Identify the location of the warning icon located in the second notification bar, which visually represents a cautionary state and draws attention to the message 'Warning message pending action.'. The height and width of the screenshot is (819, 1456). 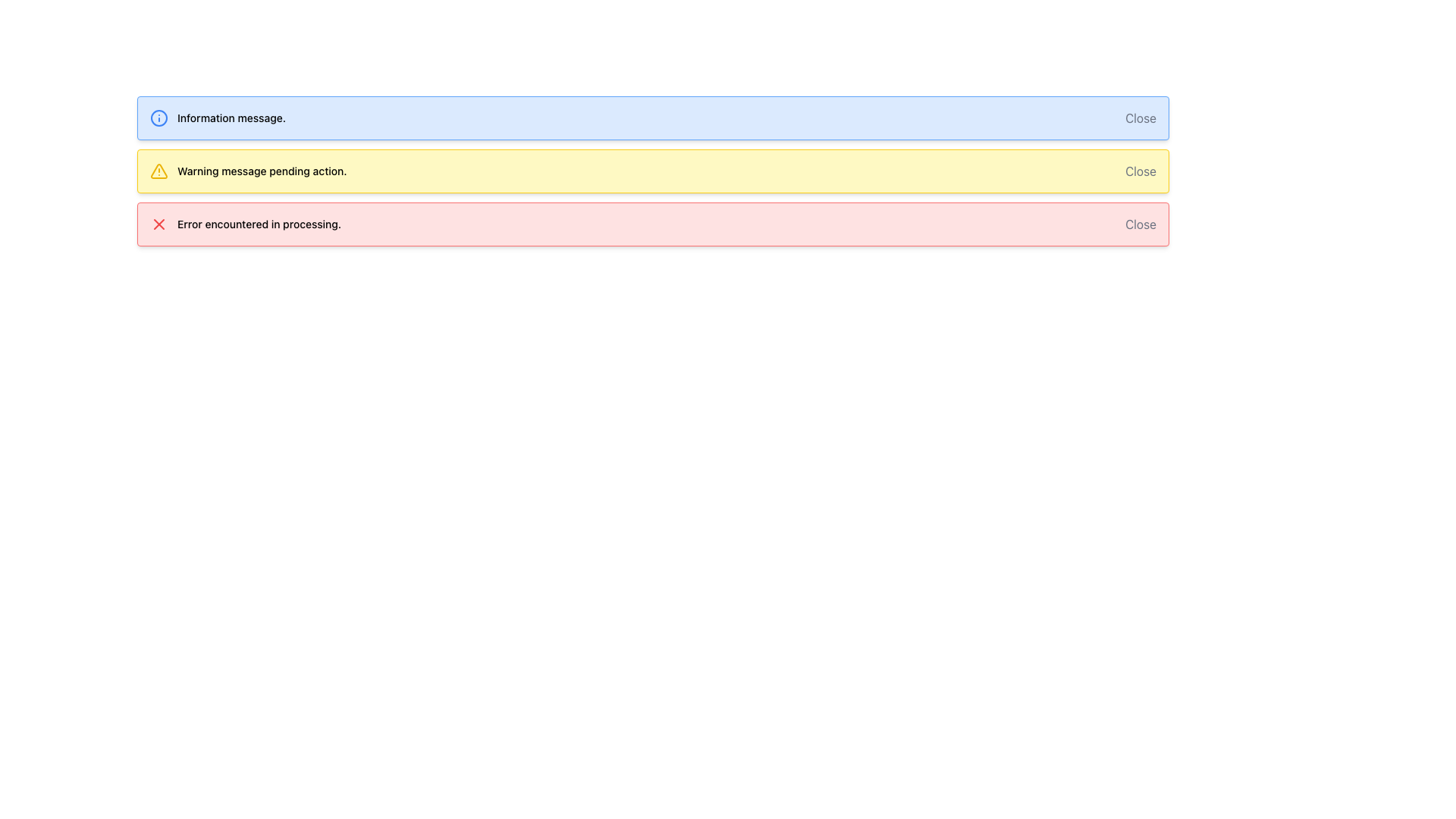
(159, 171).